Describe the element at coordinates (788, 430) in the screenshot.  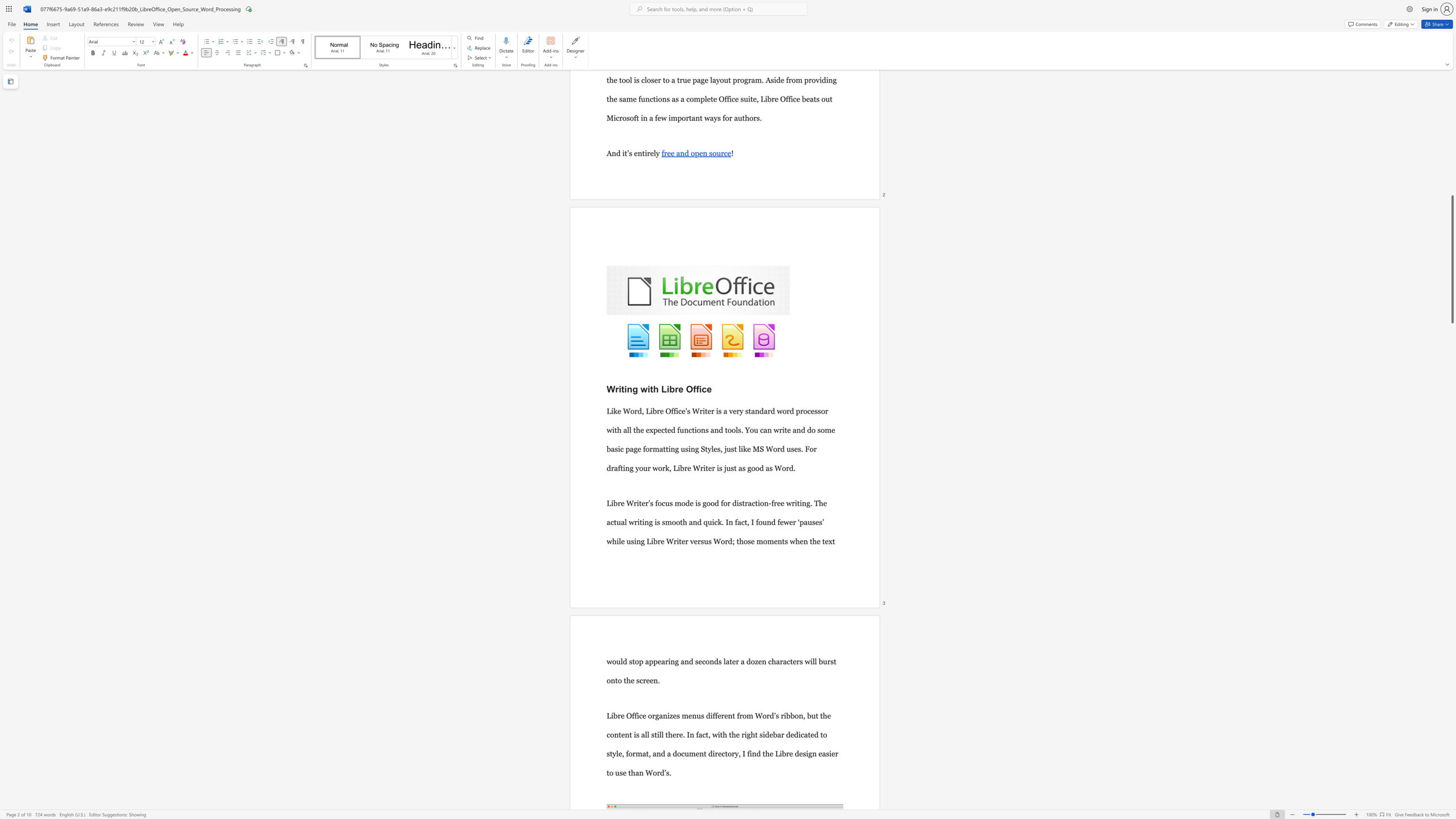
I see `the 11th character "e" in the text` at that location.